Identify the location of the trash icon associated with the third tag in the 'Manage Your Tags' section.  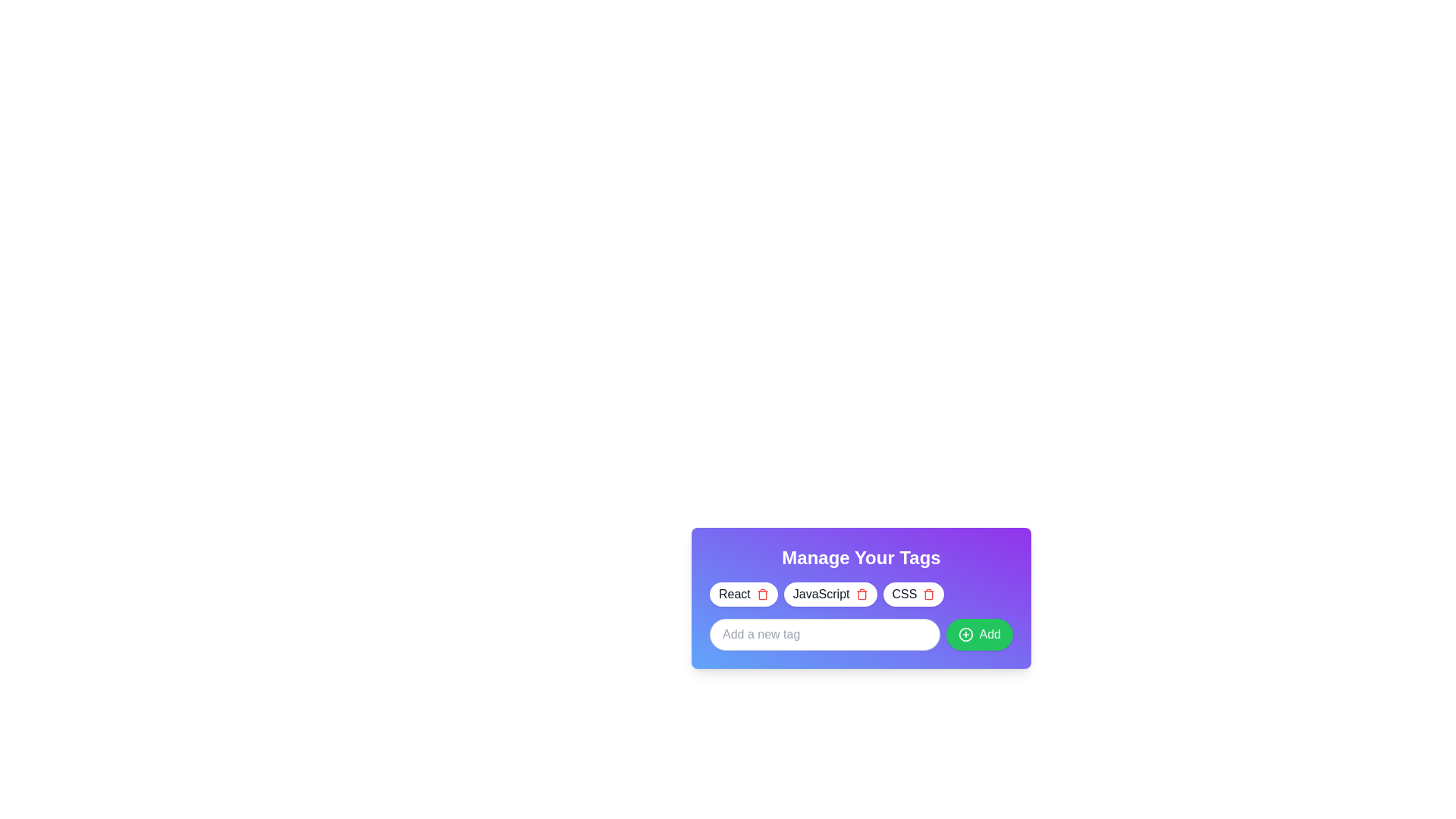
(912, 593).